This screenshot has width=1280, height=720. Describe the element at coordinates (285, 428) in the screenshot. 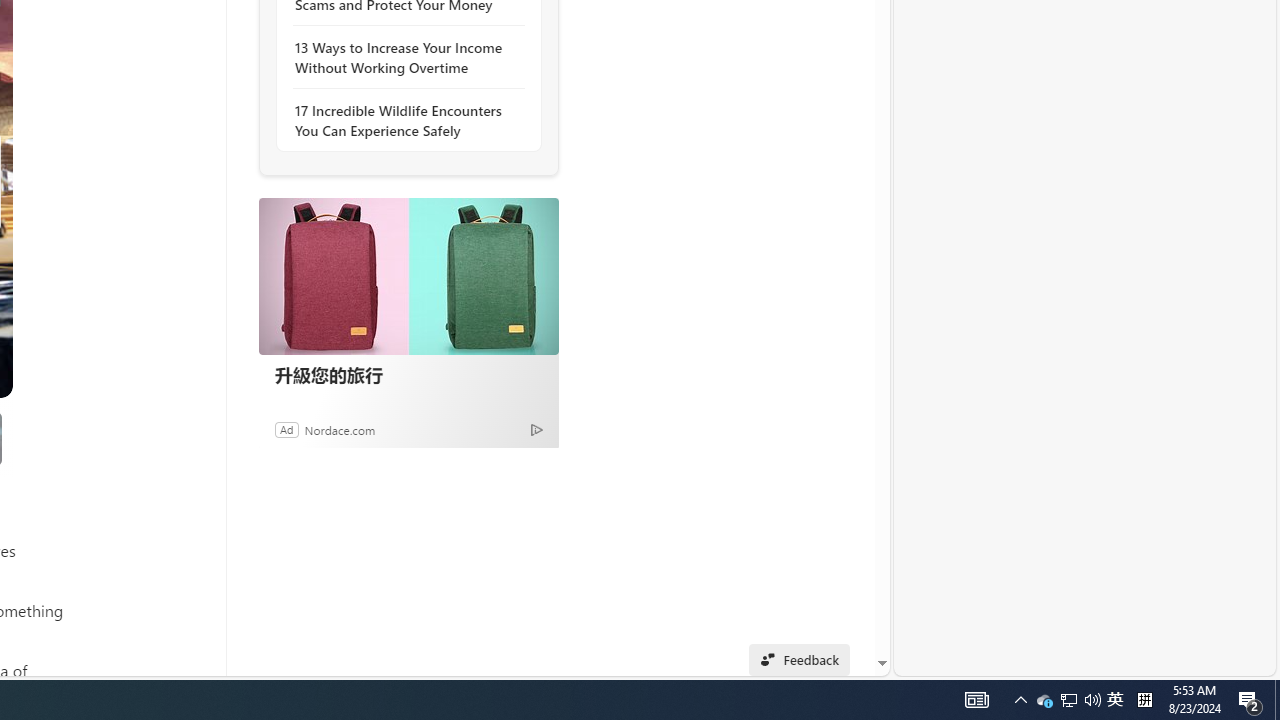

I see `'Ad'` at that location.